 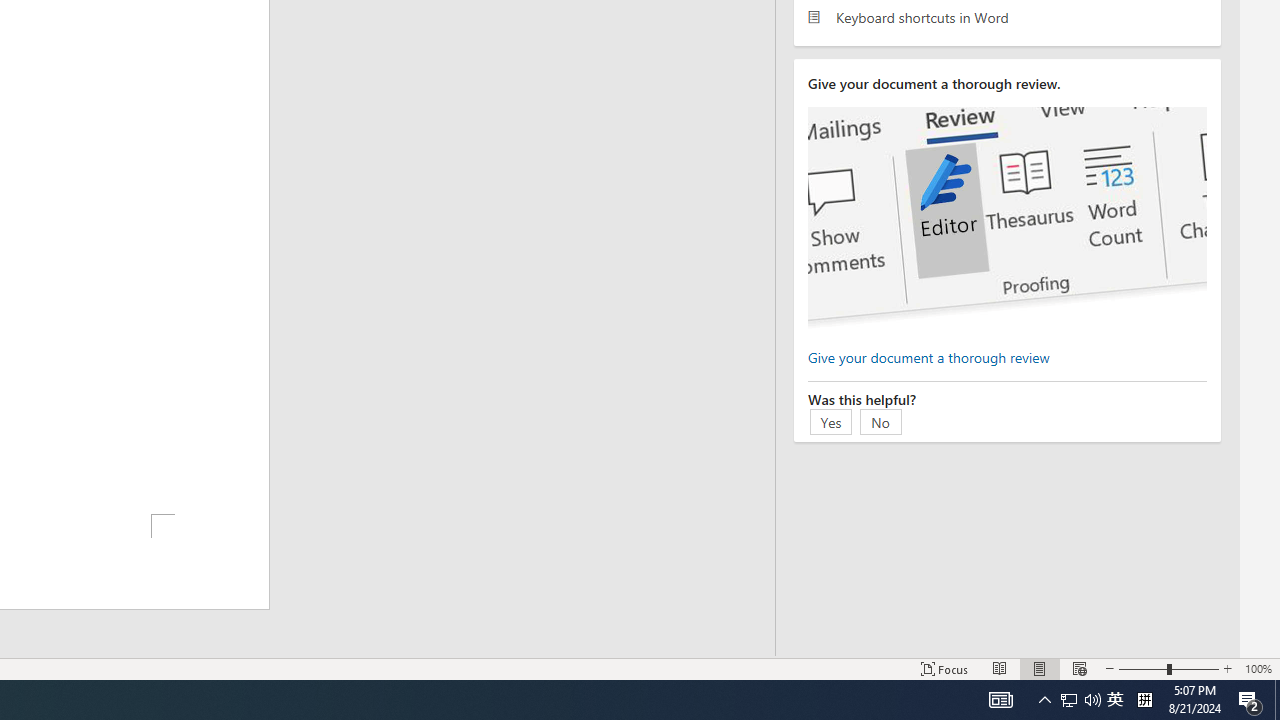 What do you see at coordinates (1007, 218) in the screenshot?
I see `'editor ui screenshot'` at bounding box center [1007, 218].